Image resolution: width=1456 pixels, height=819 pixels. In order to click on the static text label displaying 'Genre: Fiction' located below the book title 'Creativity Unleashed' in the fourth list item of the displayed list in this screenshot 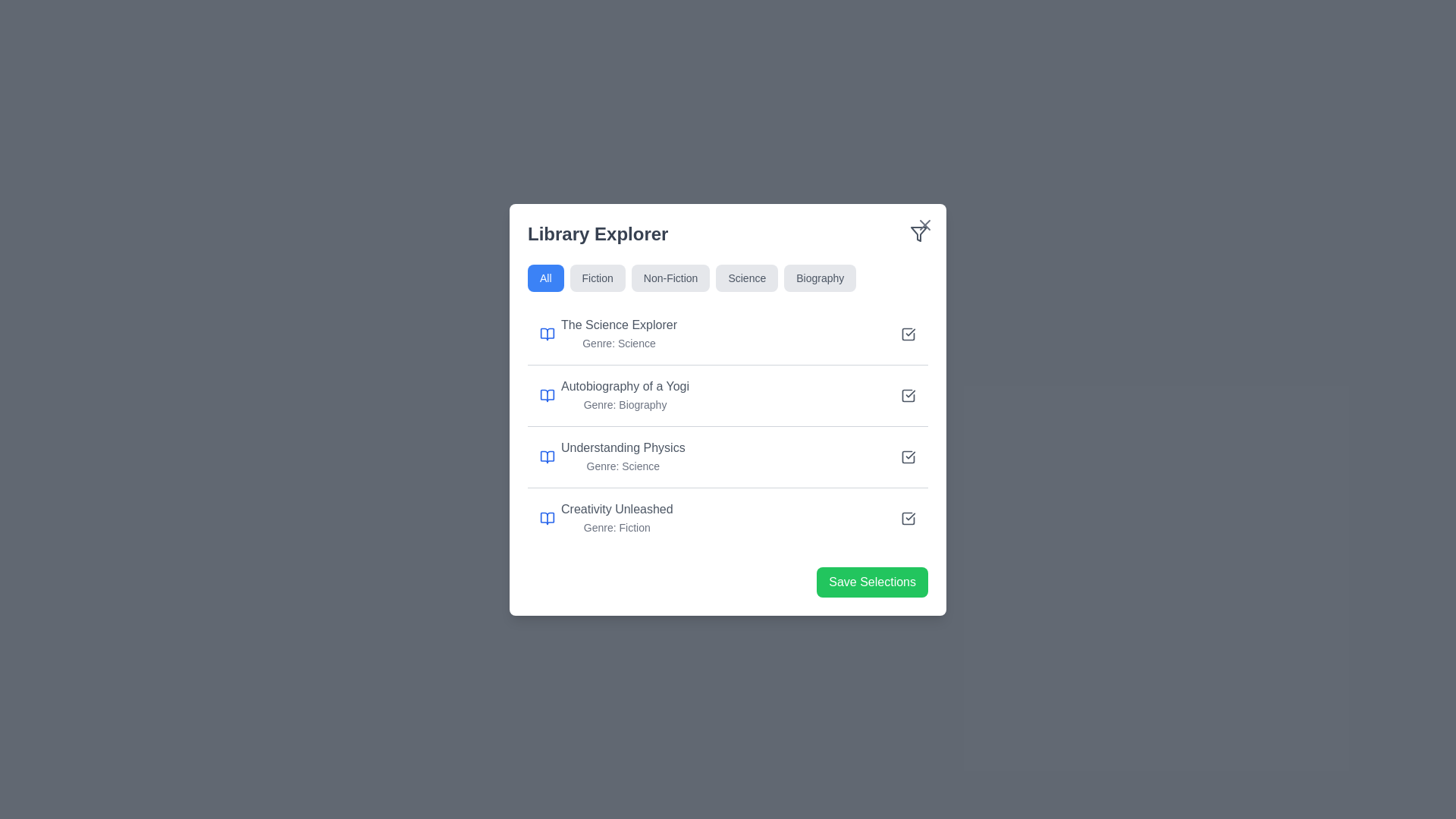, I will do `click(617, 526)`.